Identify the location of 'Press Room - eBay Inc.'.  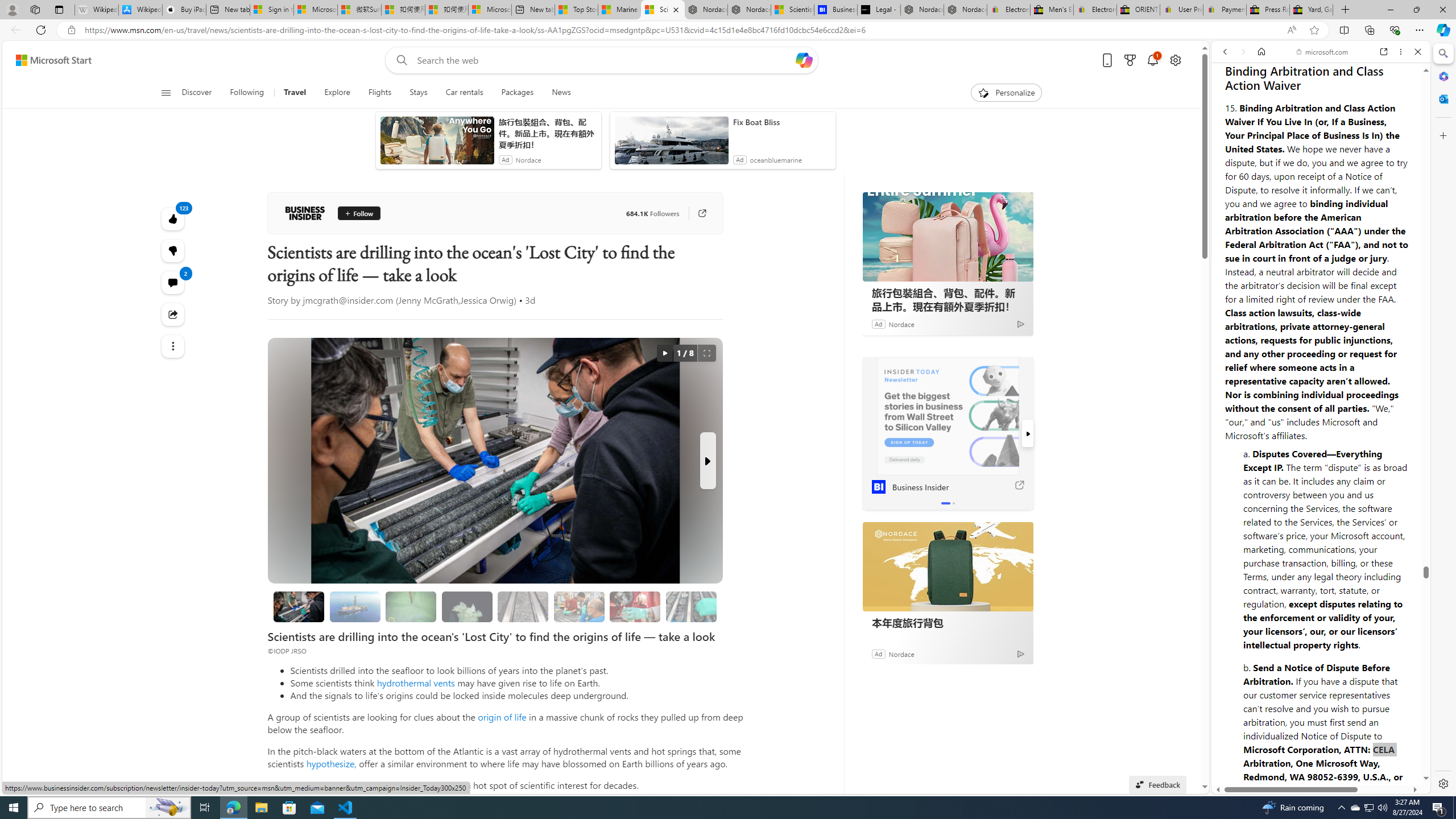
(1268, 9).